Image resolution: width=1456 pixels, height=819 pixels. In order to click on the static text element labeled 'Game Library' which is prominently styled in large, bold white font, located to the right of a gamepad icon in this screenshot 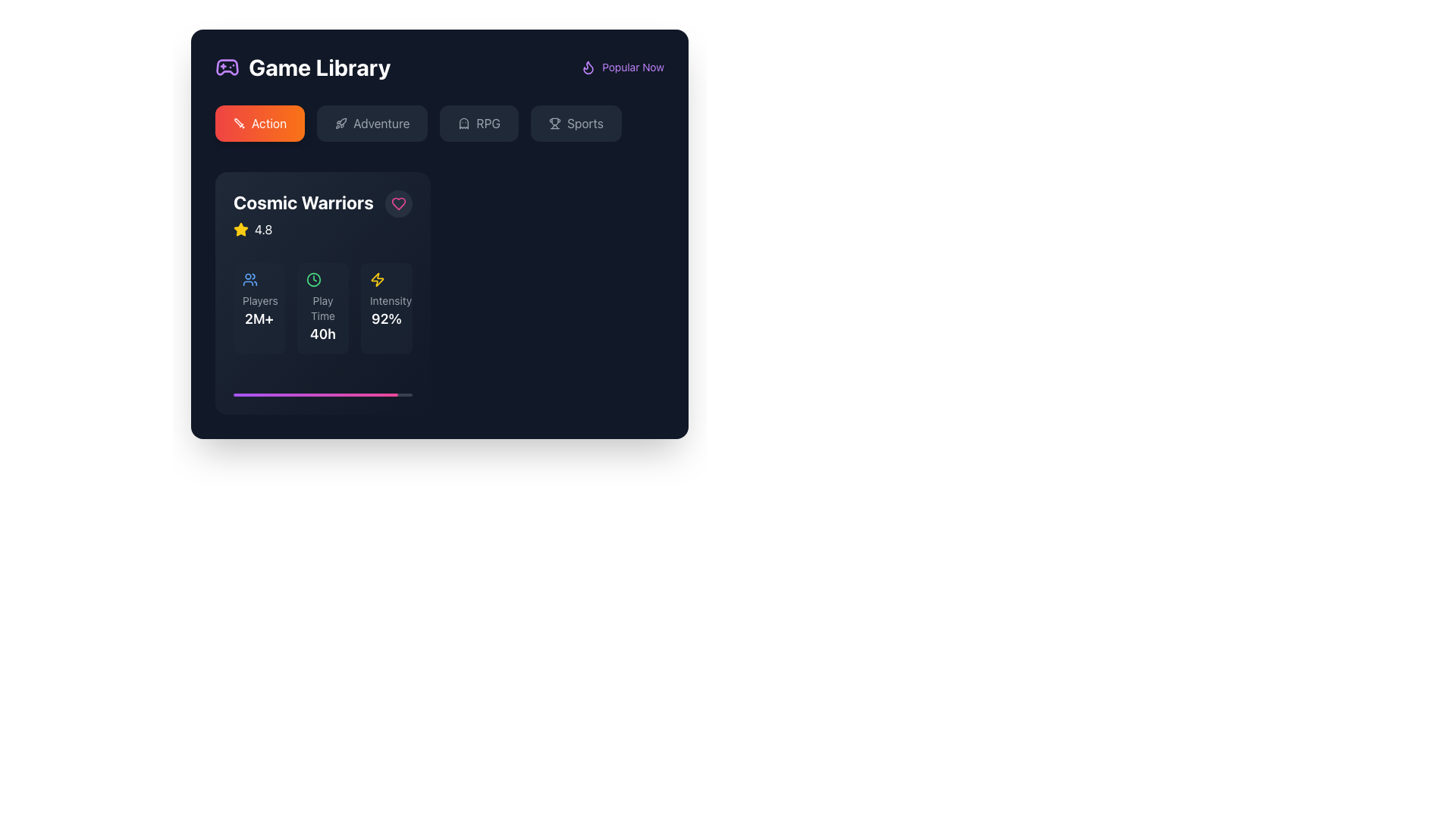, I will do `click(318, 66)`.